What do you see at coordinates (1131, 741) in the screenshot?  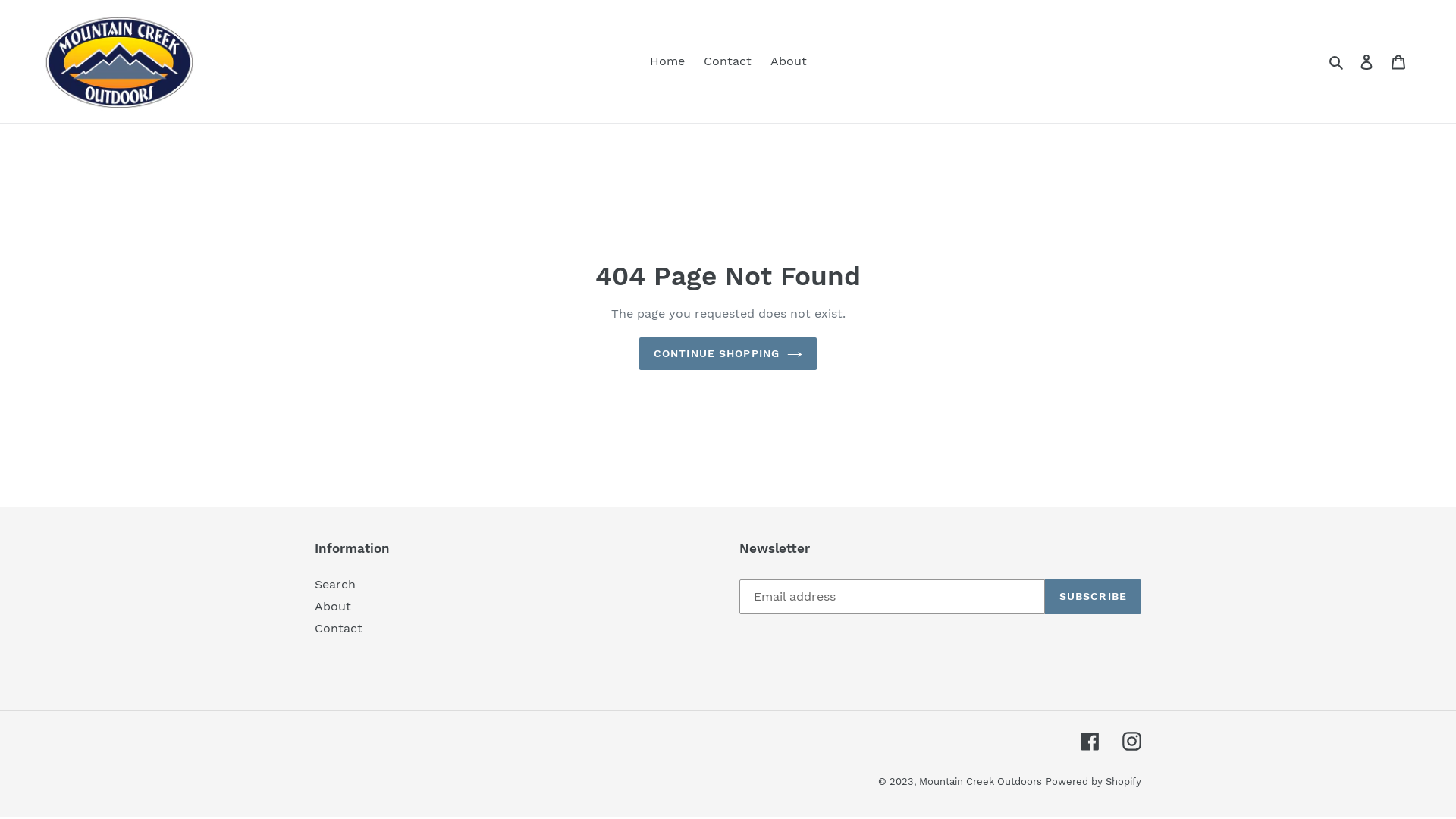 I see `'Instagram'` at bounding box center [1131, 741].